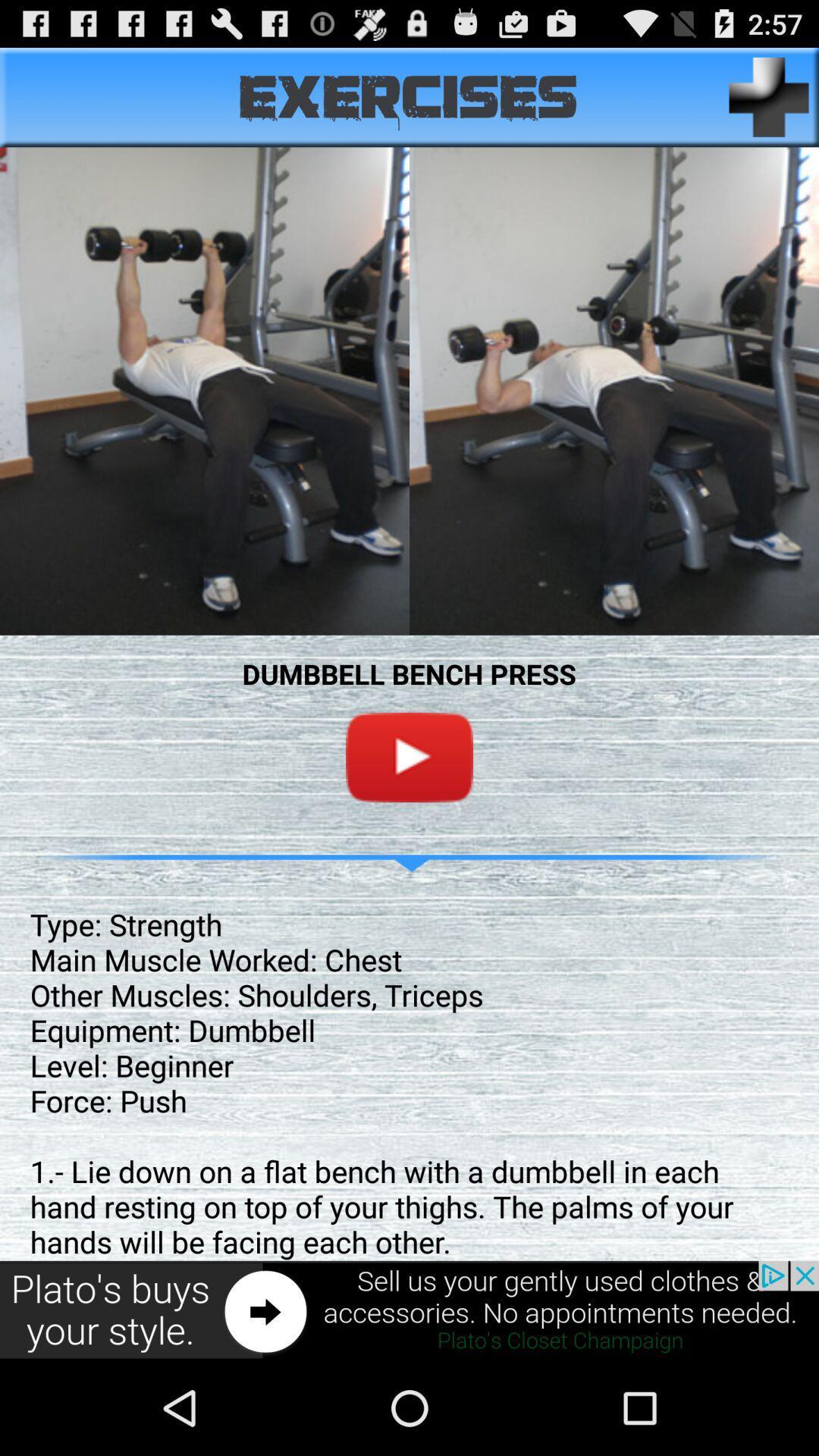 The width and height of the screenshot is (819, 1456). What do you see at coordinates (409, 1310) in the screenshot?
I see `open advertisement` at bounding box center [409, 1310].